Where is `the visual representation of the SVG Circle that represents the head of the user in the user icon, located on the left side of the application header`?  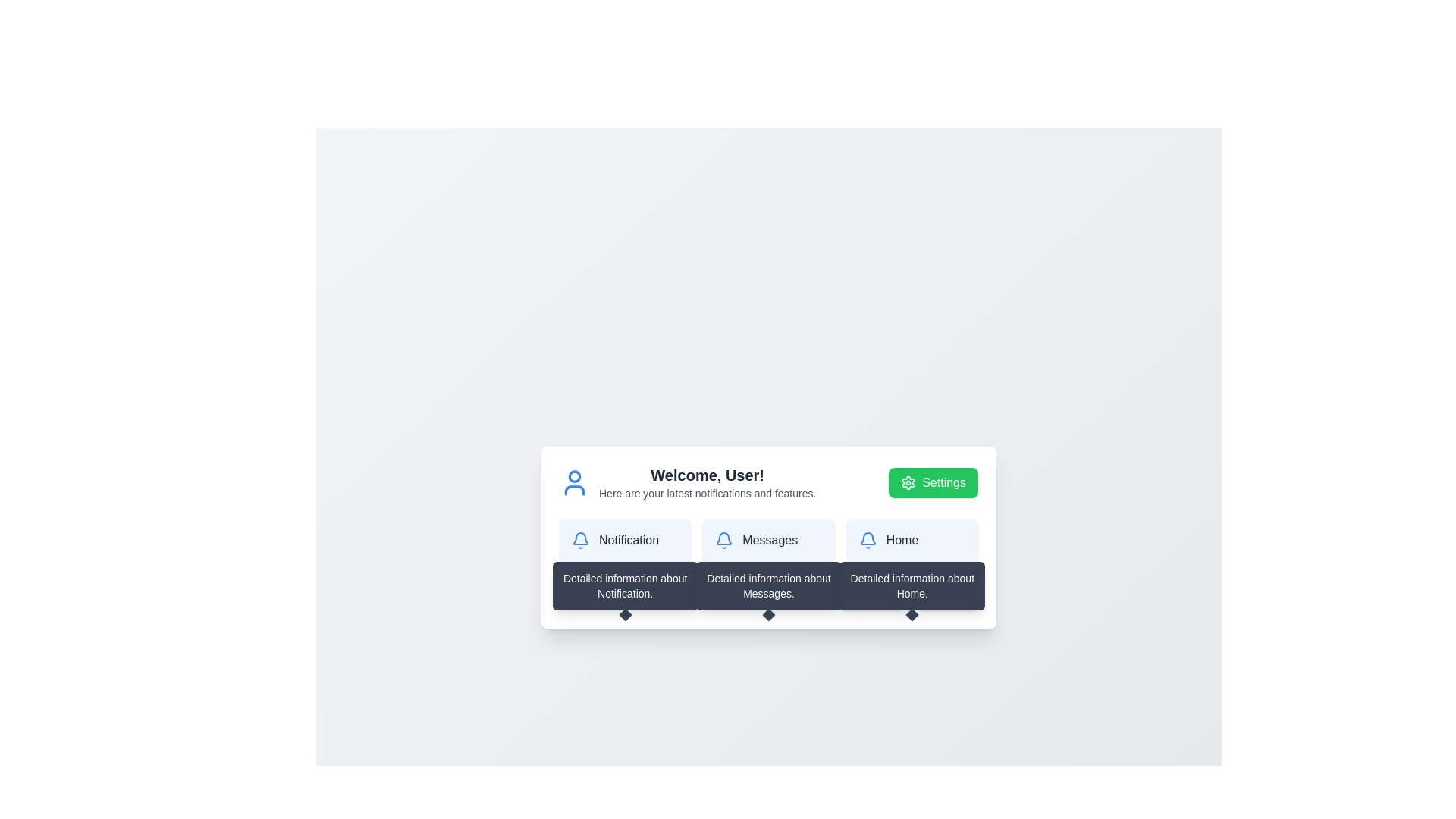 the visual representation of the SVG Circle that represents the head of the user in the user icon, located on the left side of the application header is located at coordinates (574, 475).